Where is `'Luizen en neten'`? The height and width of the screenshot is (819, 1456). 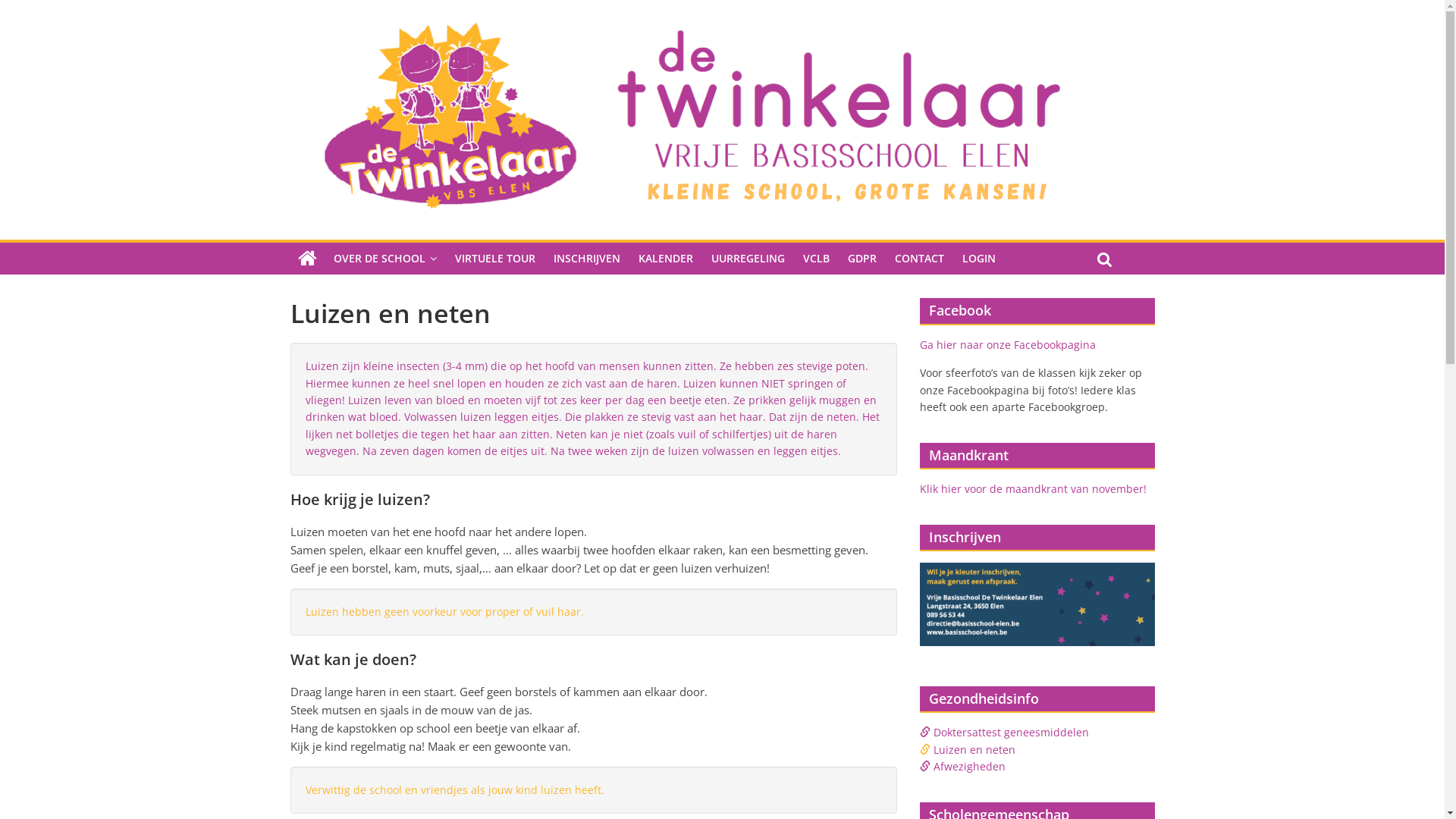
'Luizen en neten' is located at coordinates (973, 748).